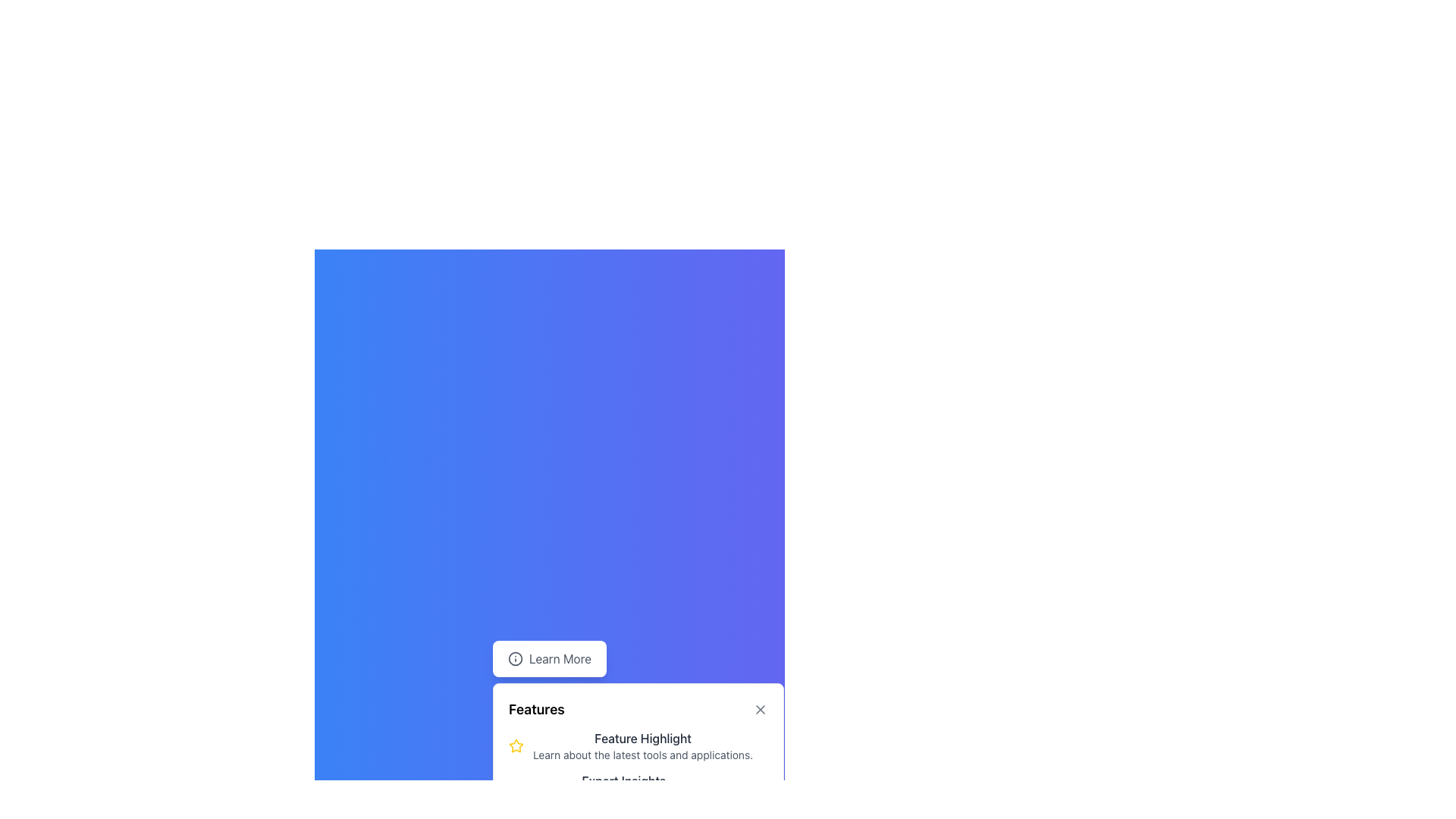 The image size is (1456, 819). Describe the element at coordinates (638, 767) in the screenshot. I see `the text block labeled 'Feature Highlight' that includes a yellow star icon and describes the latest tools and applications` at that location.